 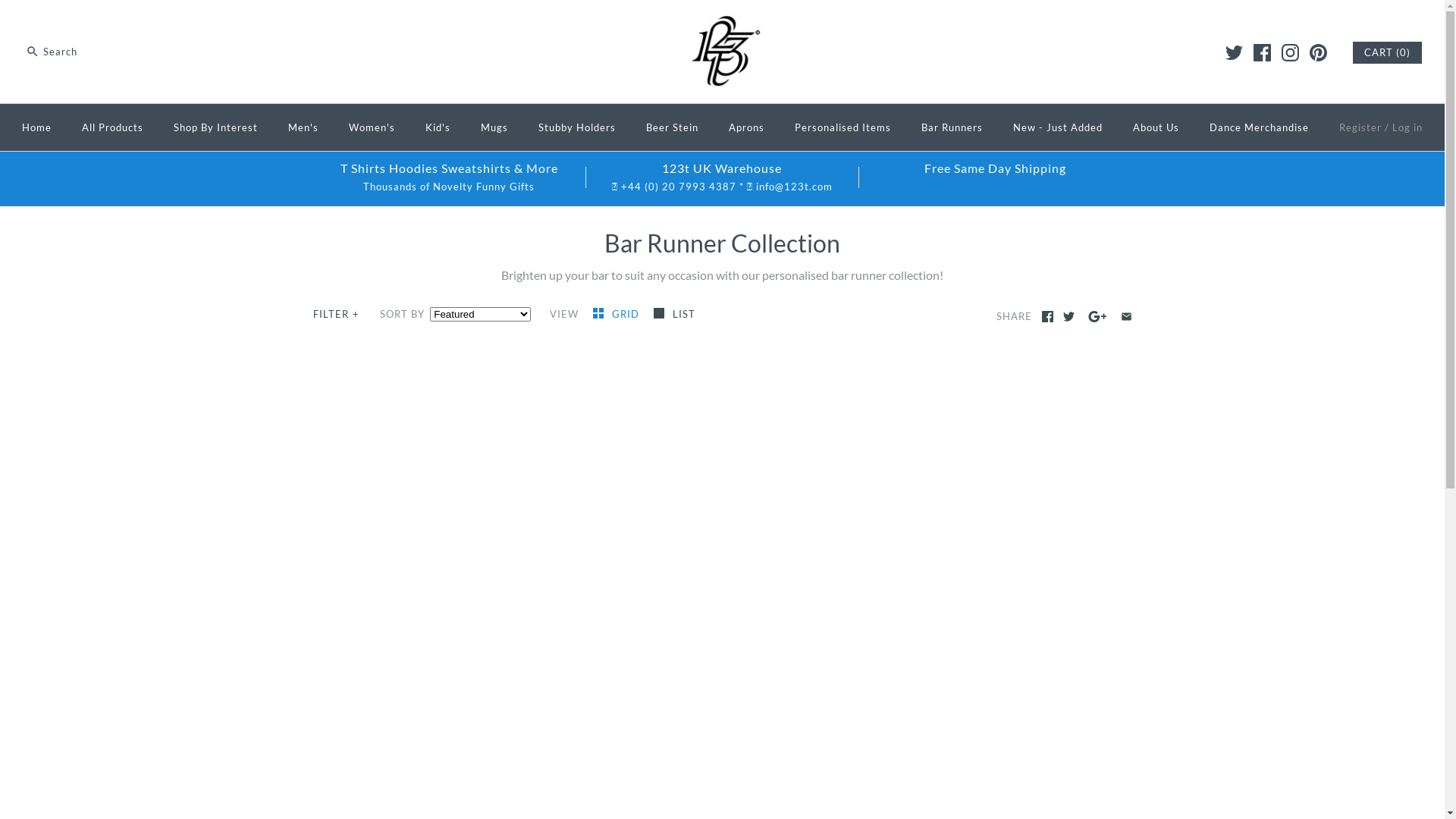 I want to click on 'Register', so click(x=1360, y=127).